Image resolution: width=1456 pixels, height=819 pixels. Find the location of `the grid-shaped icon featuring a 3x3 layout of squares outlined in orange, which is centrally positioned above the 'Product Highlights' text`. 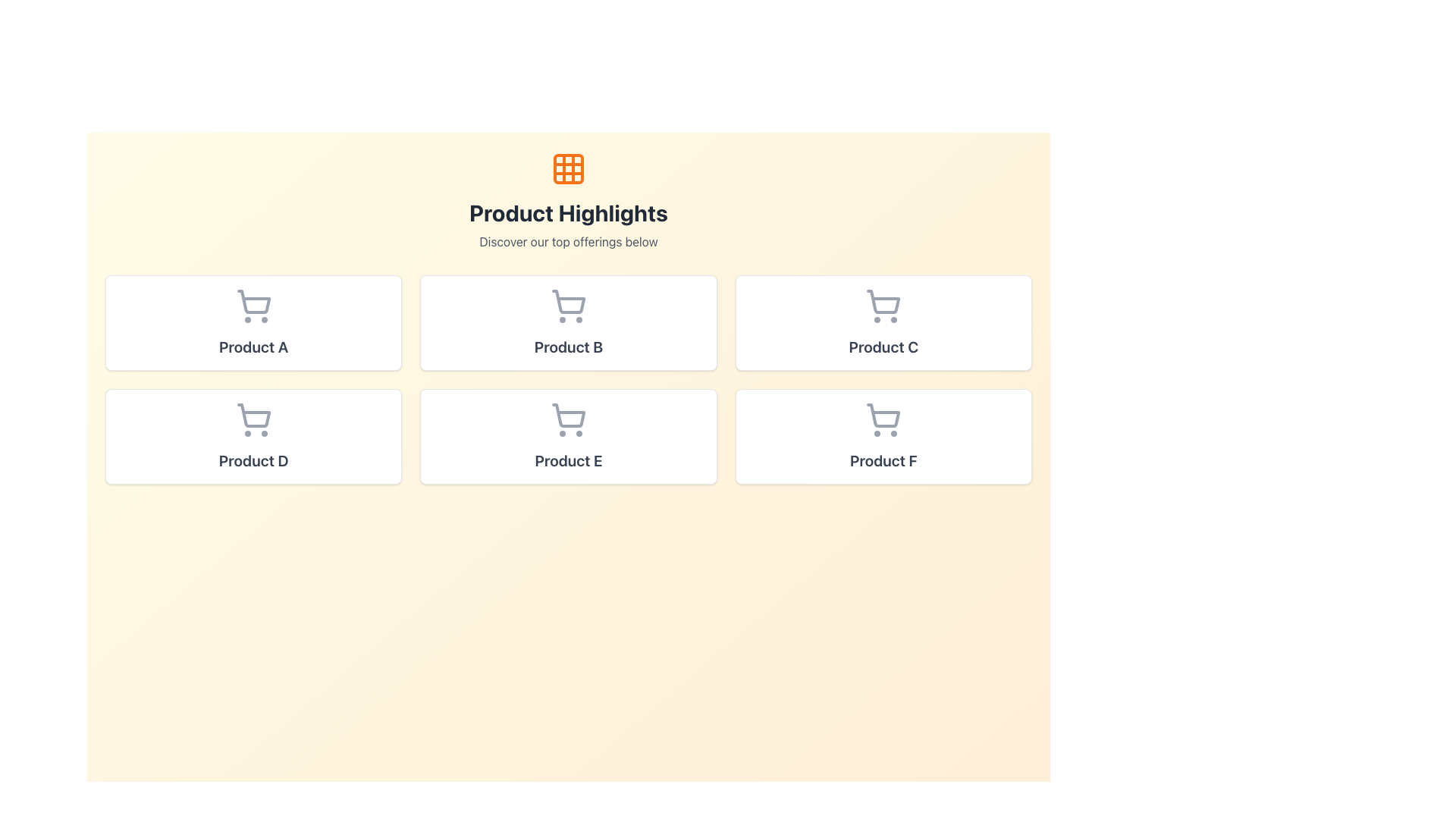

the grid-shaped icon featuring a 3x3 layout of squares outlined in orange, which is centrally positioned above the 'Product Highlights' text is located at coordinates (567, 169).